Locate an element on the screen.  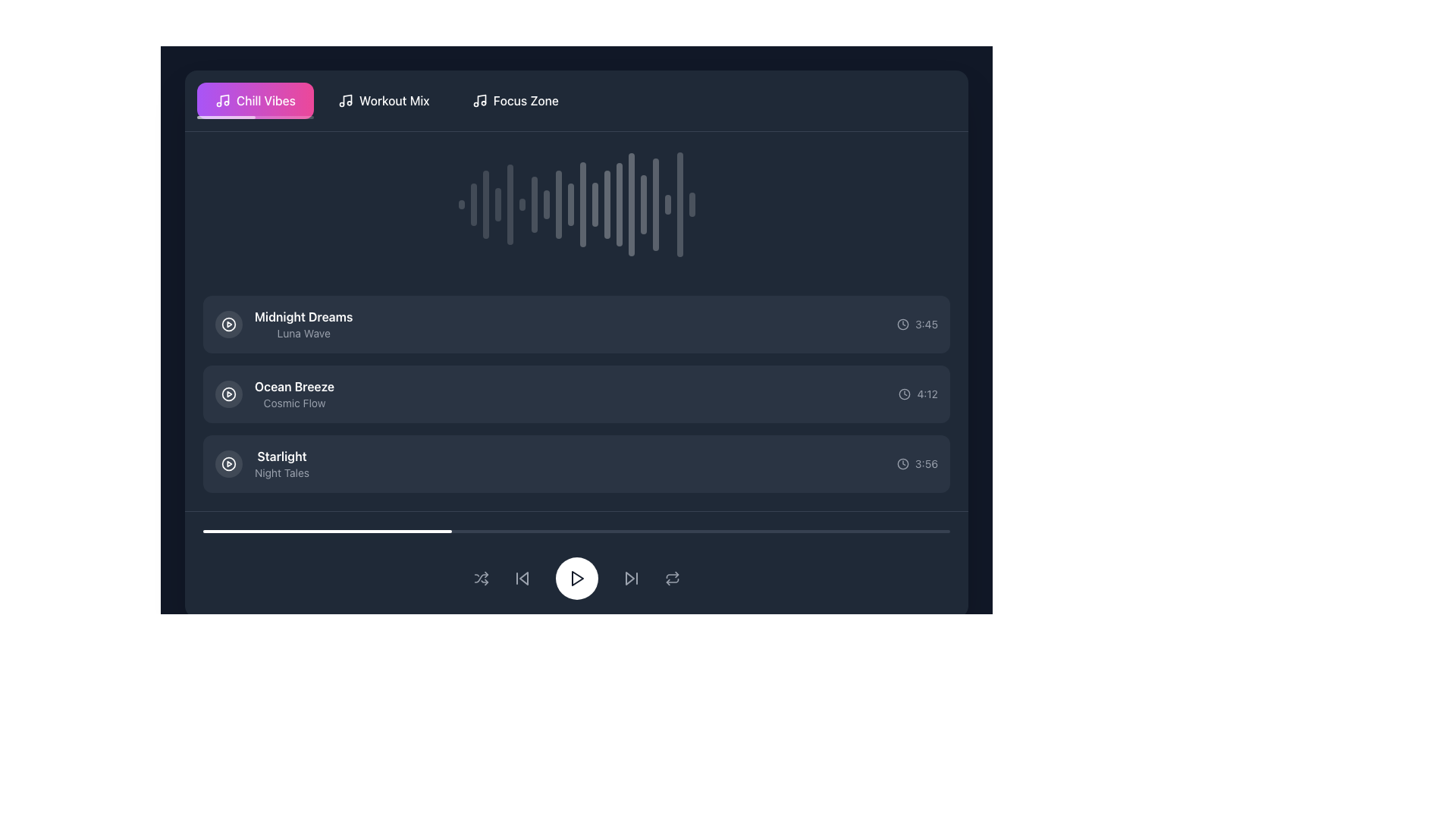
the fifth vertical bar in the waveform visualization, which represents audio amplitude at a specific time is located at coordinates (510, 205).